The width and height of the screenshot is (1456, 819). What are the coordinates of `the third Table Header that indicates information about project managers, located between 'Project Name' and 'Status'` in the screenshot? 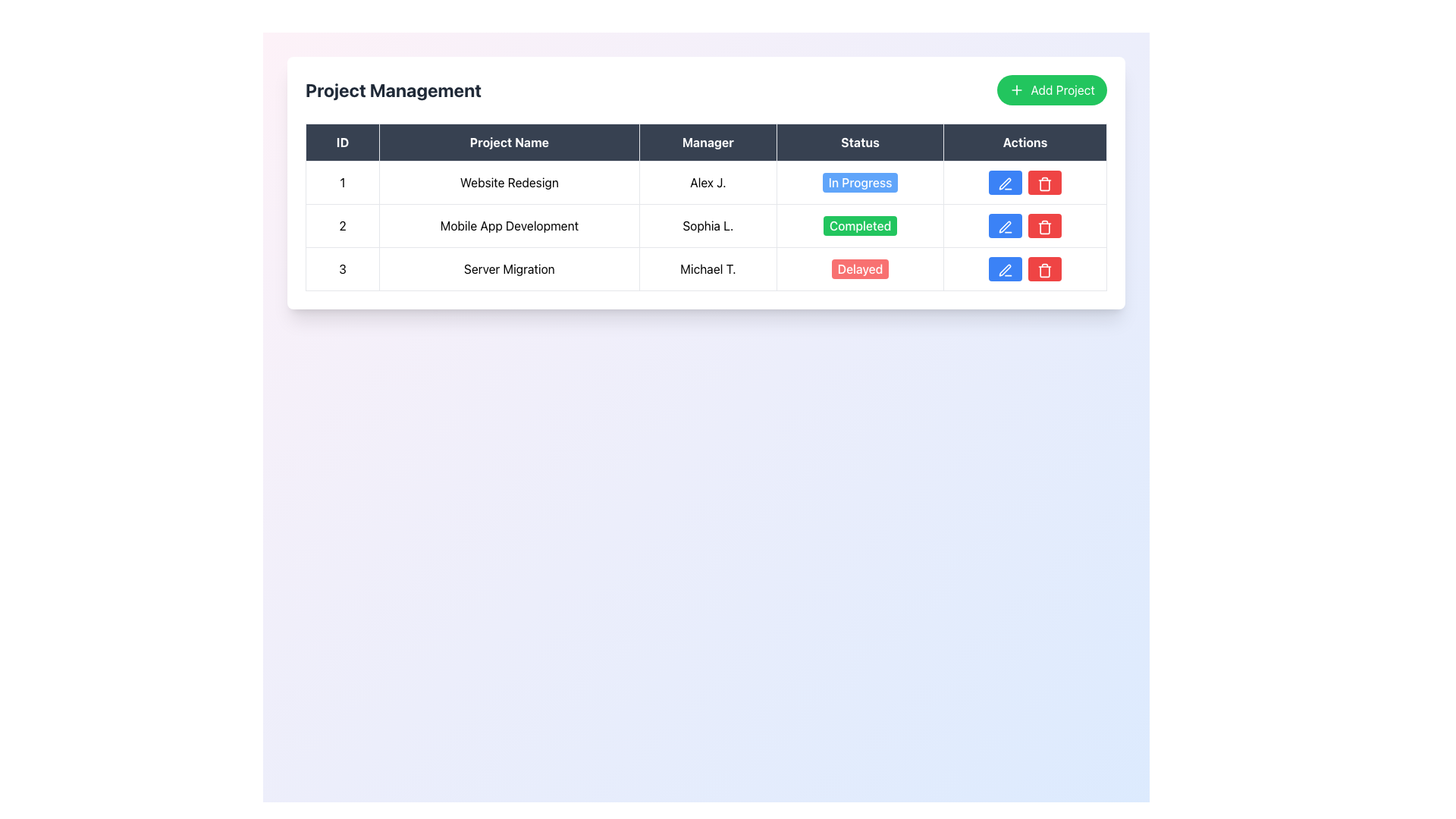 It's located at (707, 143).